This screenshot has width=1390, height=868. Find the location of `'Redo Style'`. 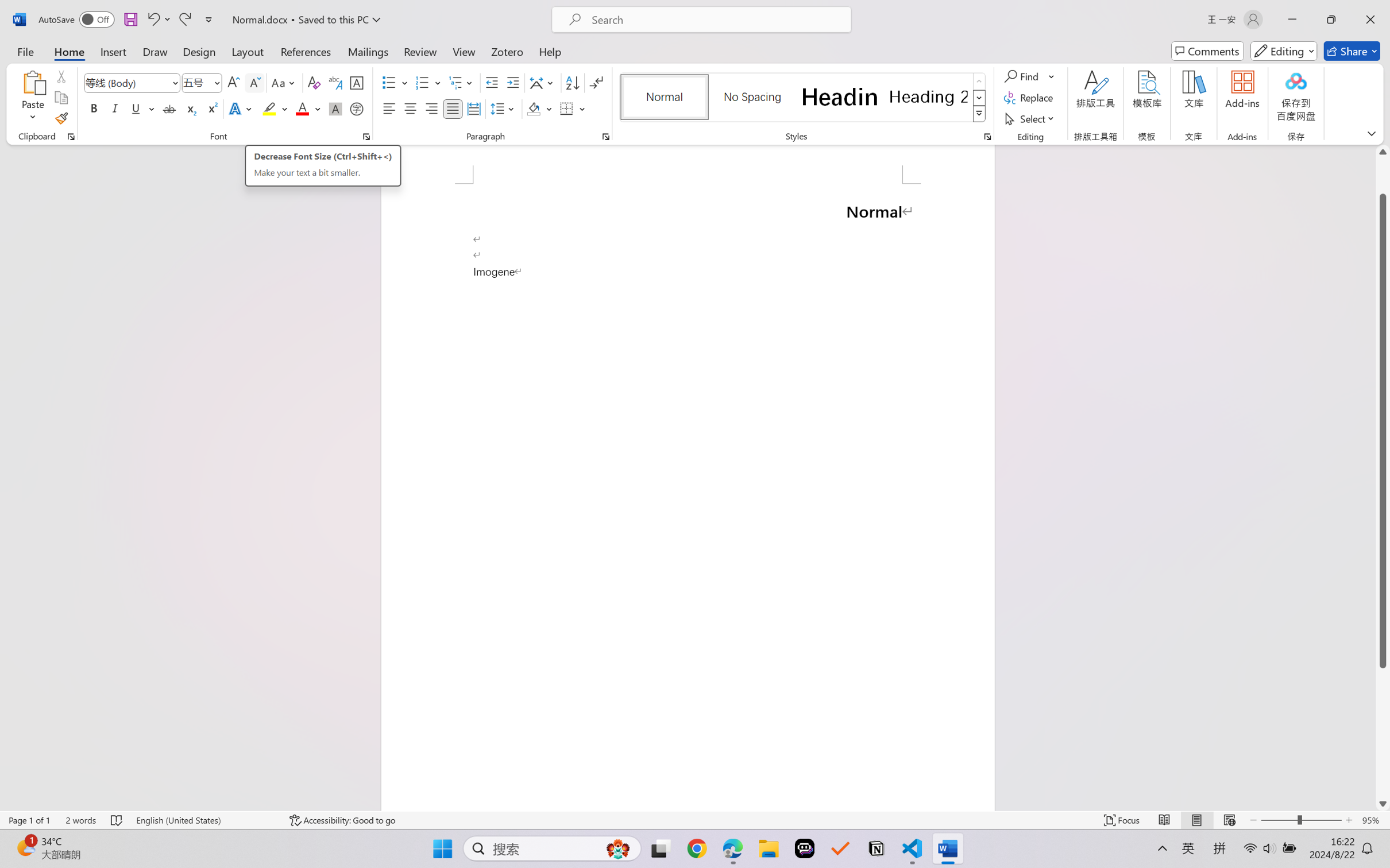

'Redo Style' is located at coordinates (184, 19).